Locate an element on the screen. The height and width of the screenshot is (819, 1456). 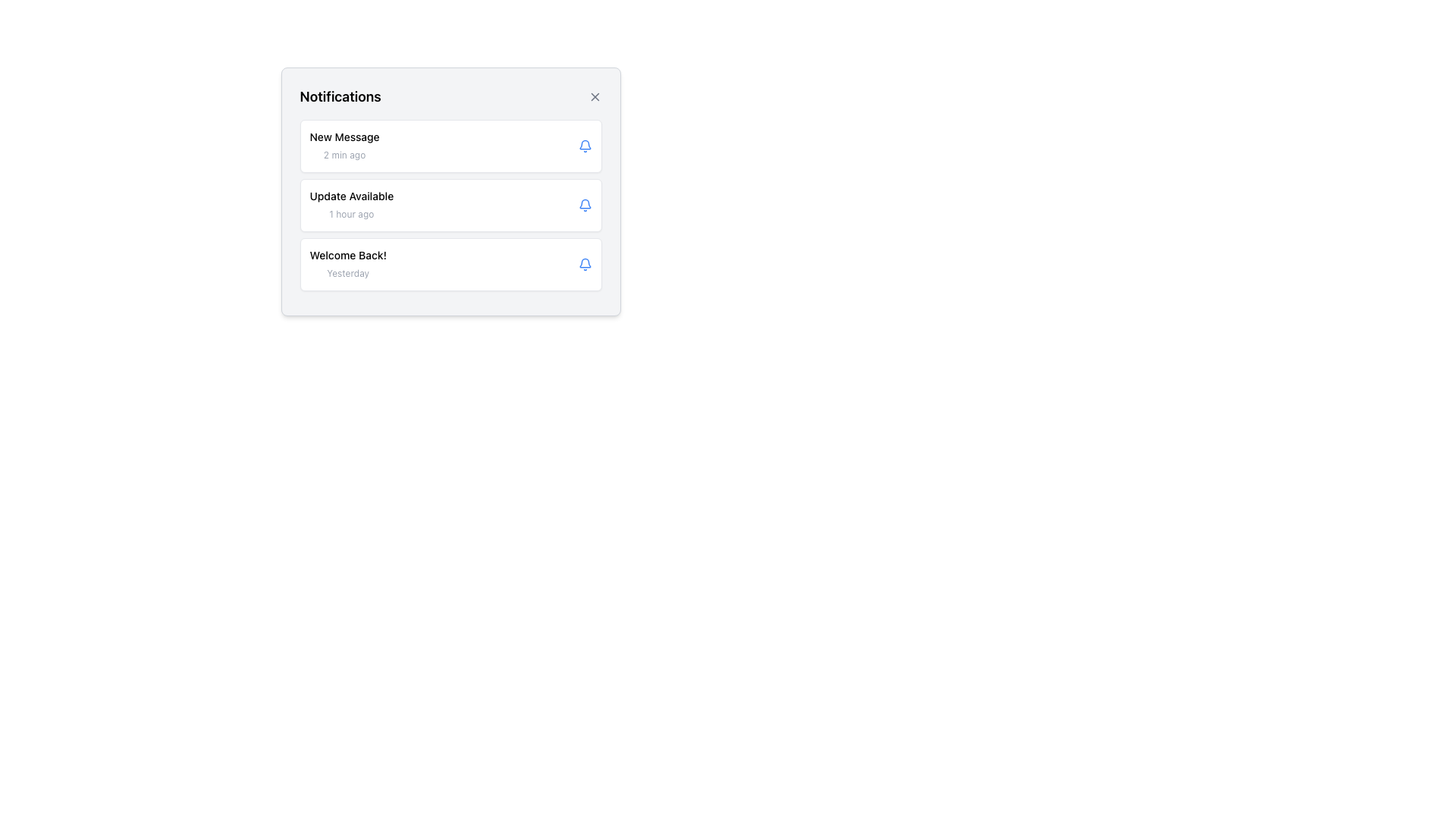
the lower part of the bell icon representing notifications, which is located on the right side of the 'Update Available' notification entry is located at coordinates (584, 203).